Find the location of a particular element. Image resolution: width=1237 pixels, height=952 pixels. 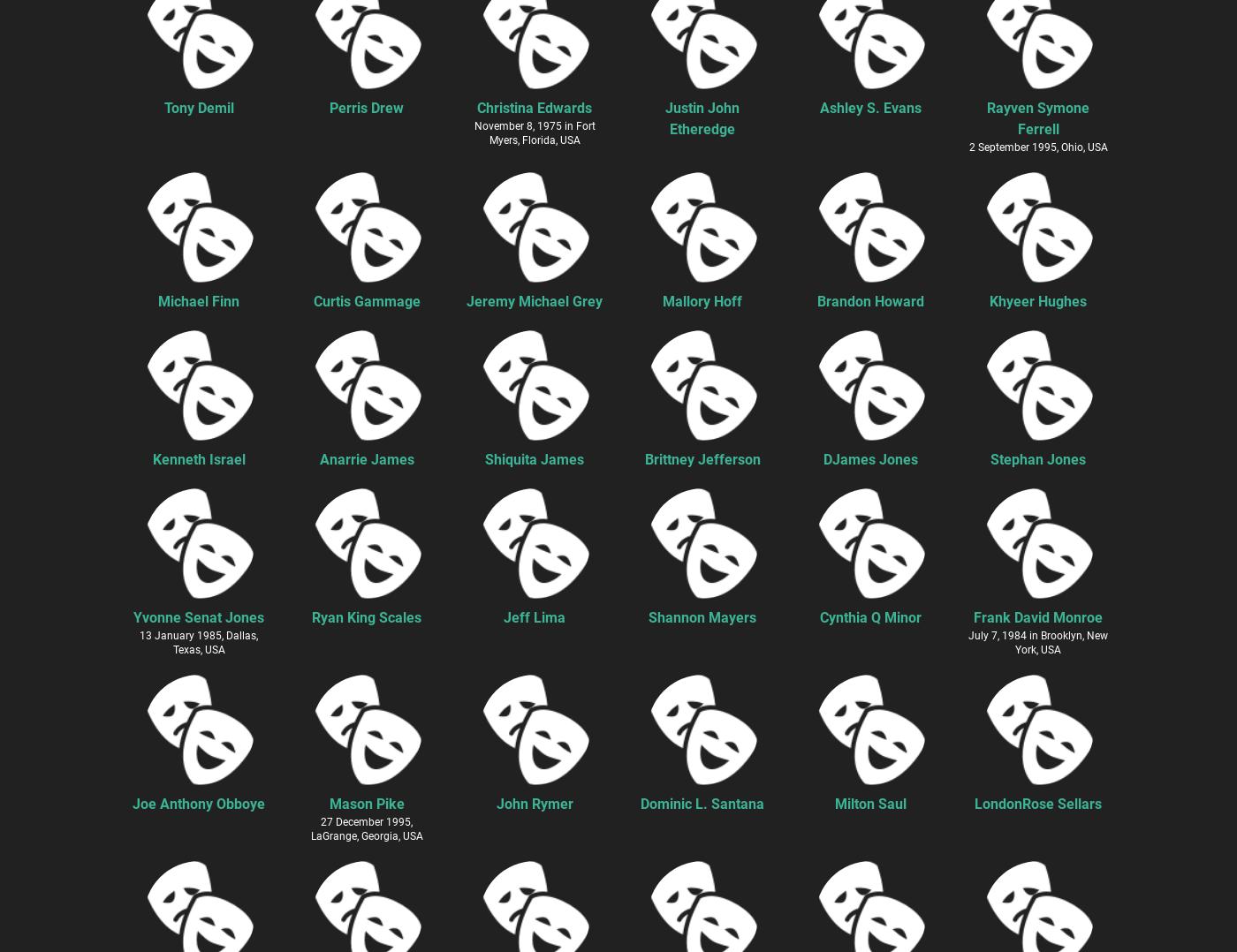

'13 January 1985, Dallas, Texas, USA' is located at coordinates (198, 641).